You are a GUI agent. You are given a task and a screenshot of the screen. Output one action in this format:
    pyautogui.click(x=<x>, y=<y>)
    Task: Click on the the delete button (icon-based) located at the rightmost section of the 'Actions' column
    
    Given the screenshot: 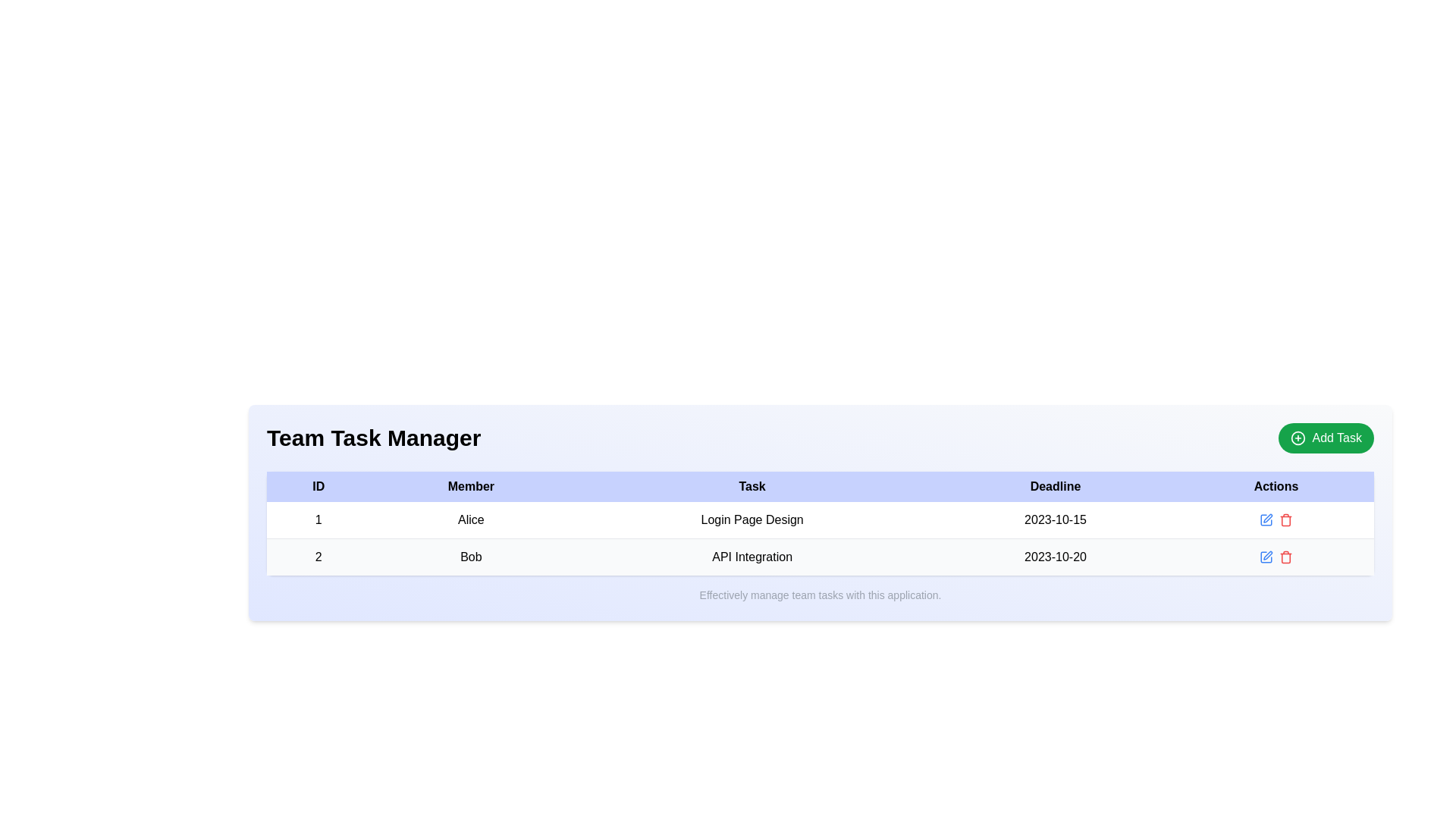 What is the action you would take?
    pyautogui.click(x=1285, y=519)
    